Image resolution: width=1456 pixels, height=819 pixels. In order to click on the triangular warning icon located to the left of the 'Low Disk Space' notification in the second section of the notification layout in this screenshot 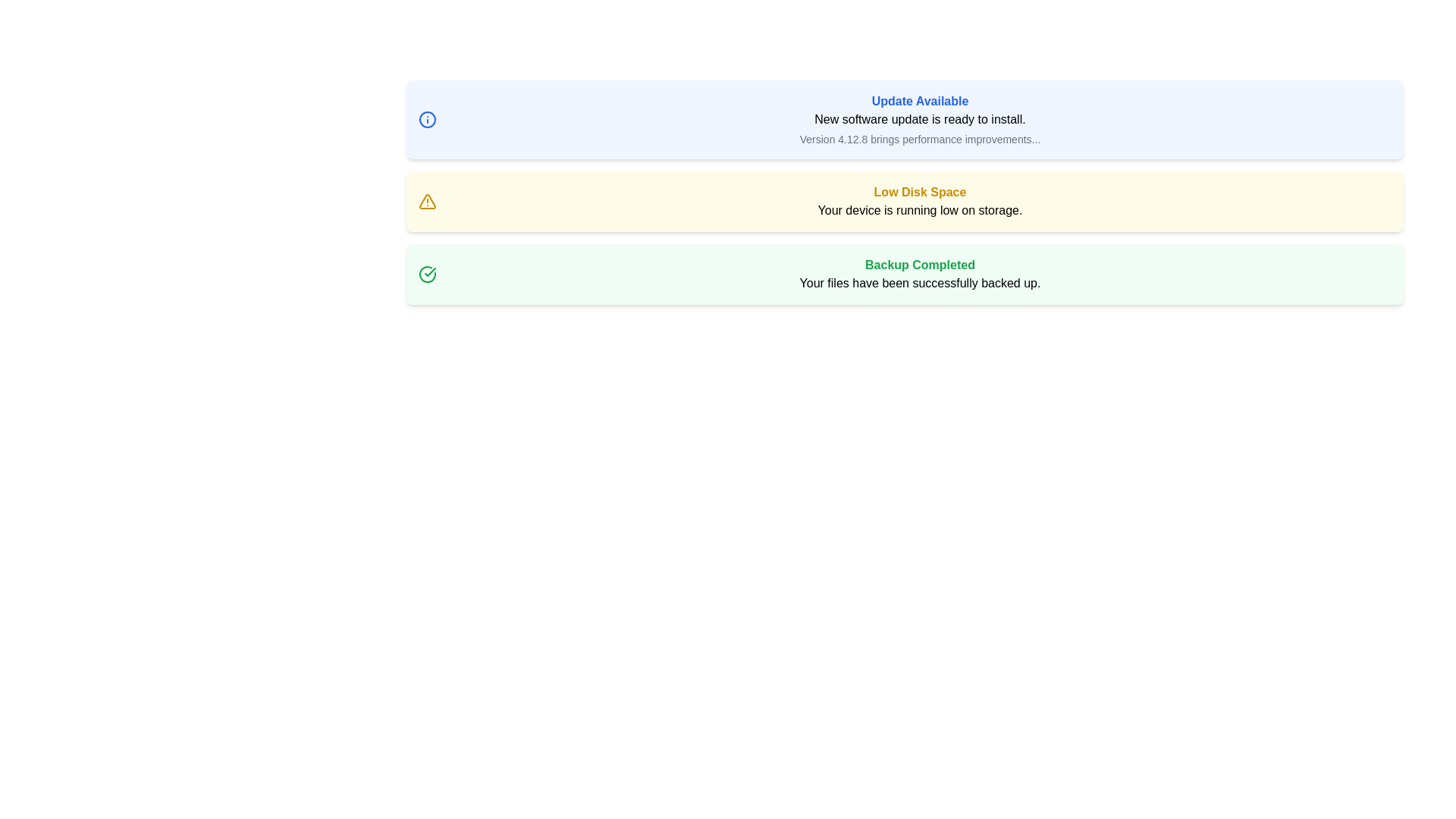, I will do `click(426, 201)`.